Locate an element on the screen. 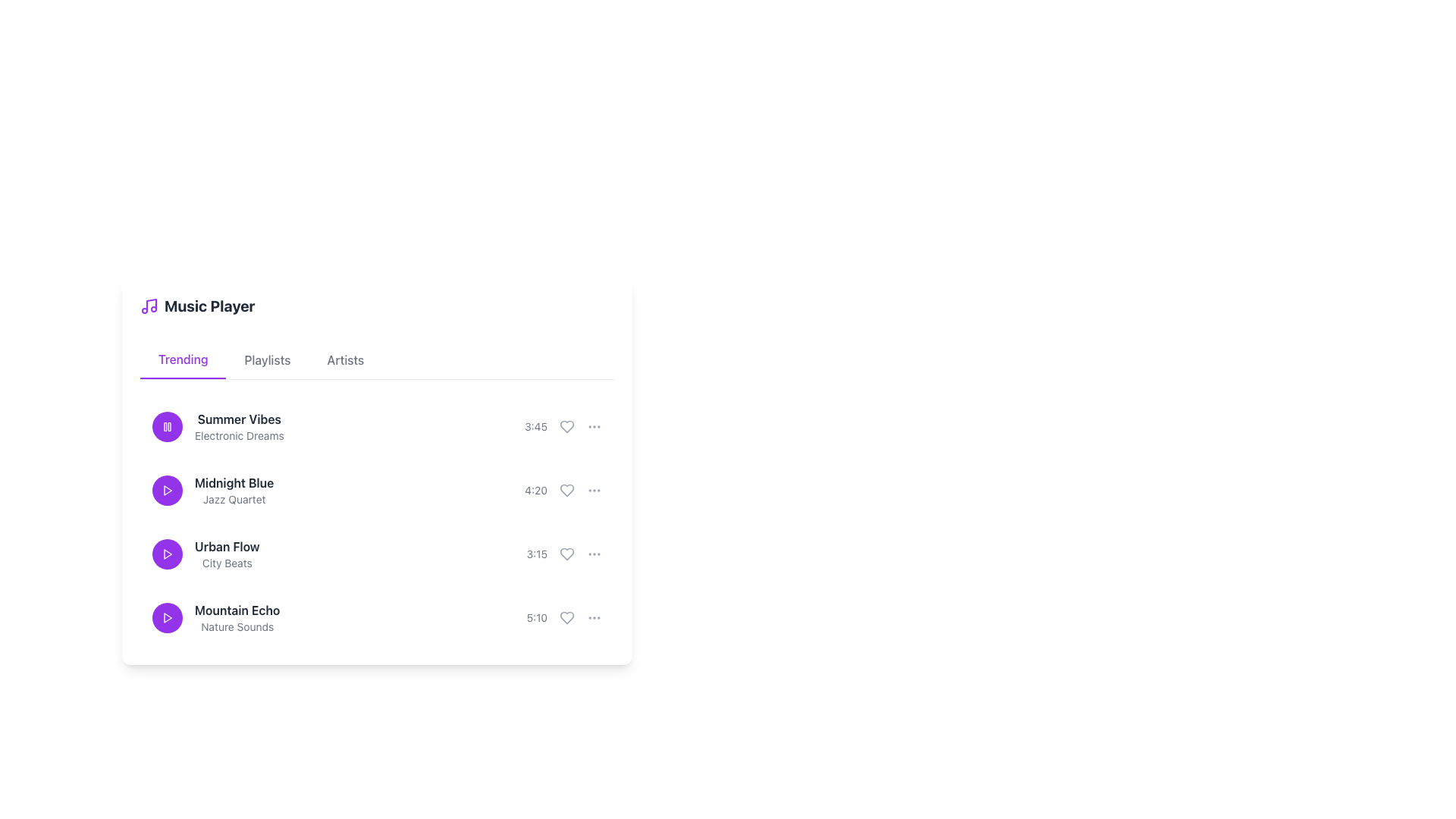 Image resolution: width=1456 pixels, height=819 pixels. the 'Artists' tab in the navigation bar to trigger the color change effect is located at coordinates (345, 359).